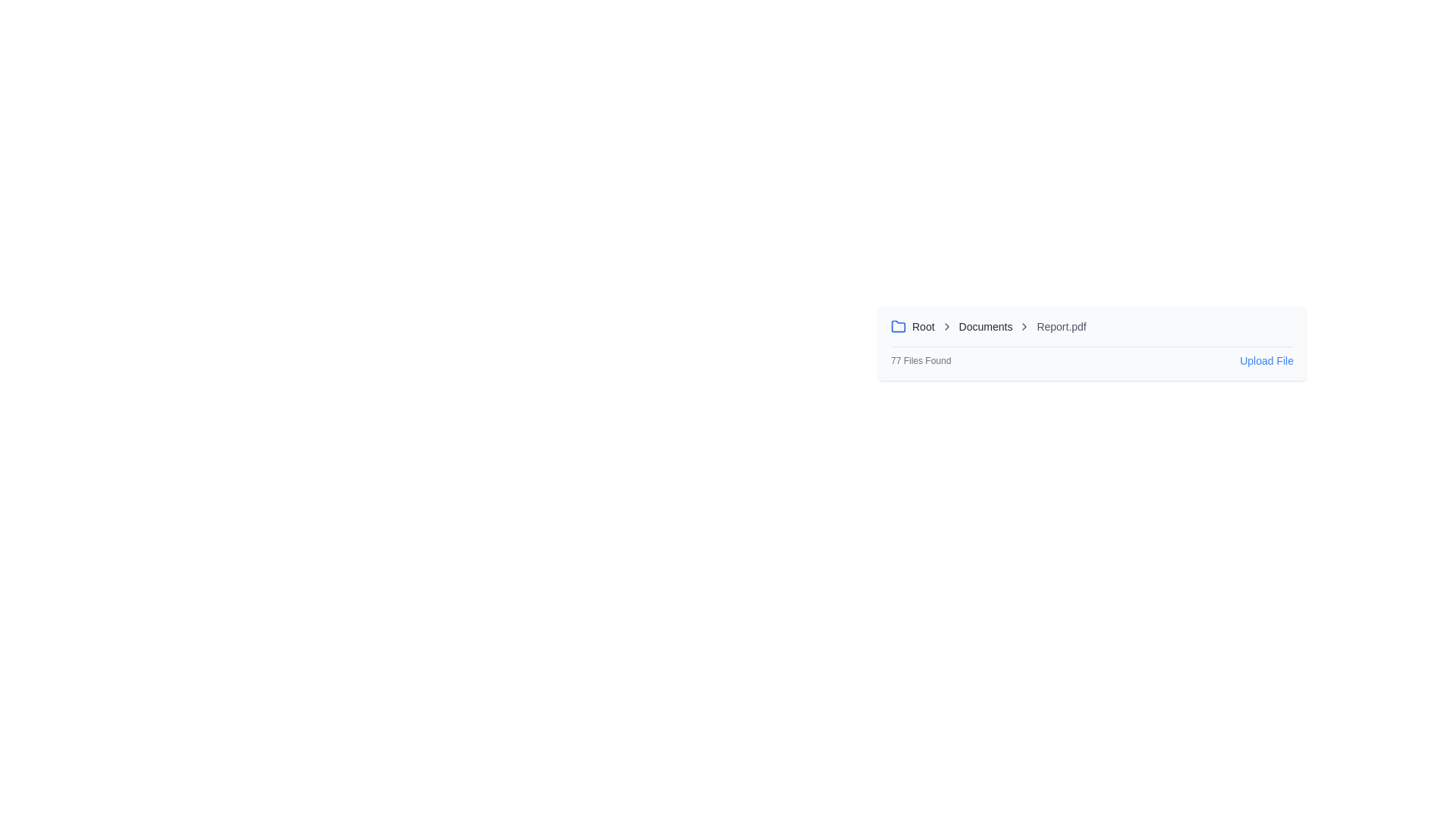 Image resolution: width=1456 pixels, height=819 pixels. What do you see at coordinates (1025, 326) in the screenshot?
I see `the third chevron arrow icon in the breadcrumb navigation that indicates the transition from 'Documents' to 'Report.pdf'` at bounding box center [1025, 326].